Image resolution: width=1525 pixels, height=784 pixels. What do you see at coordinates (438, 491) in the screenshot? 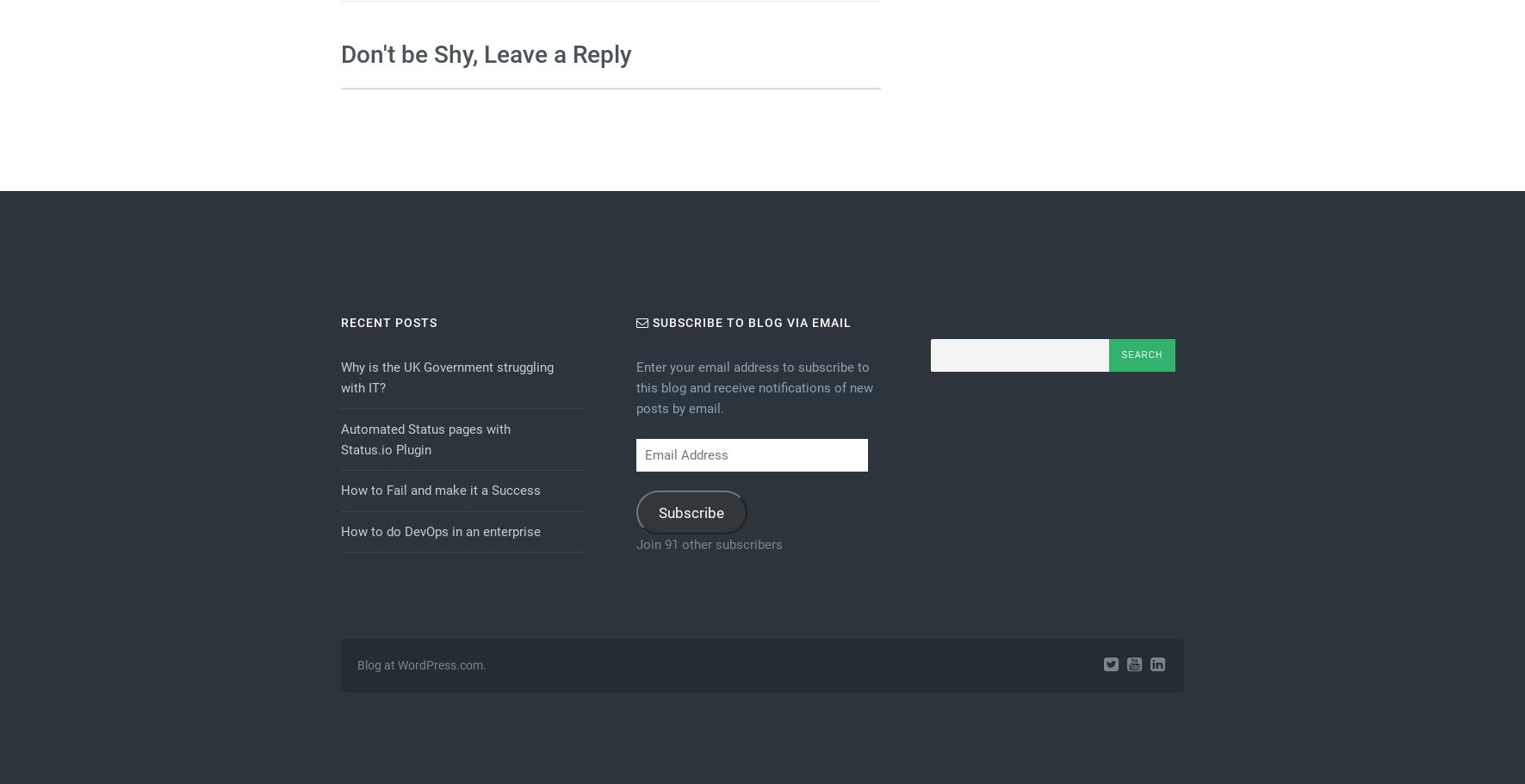
I see `'How to Fail and make it a Success'` at bounding box center [438, 491].